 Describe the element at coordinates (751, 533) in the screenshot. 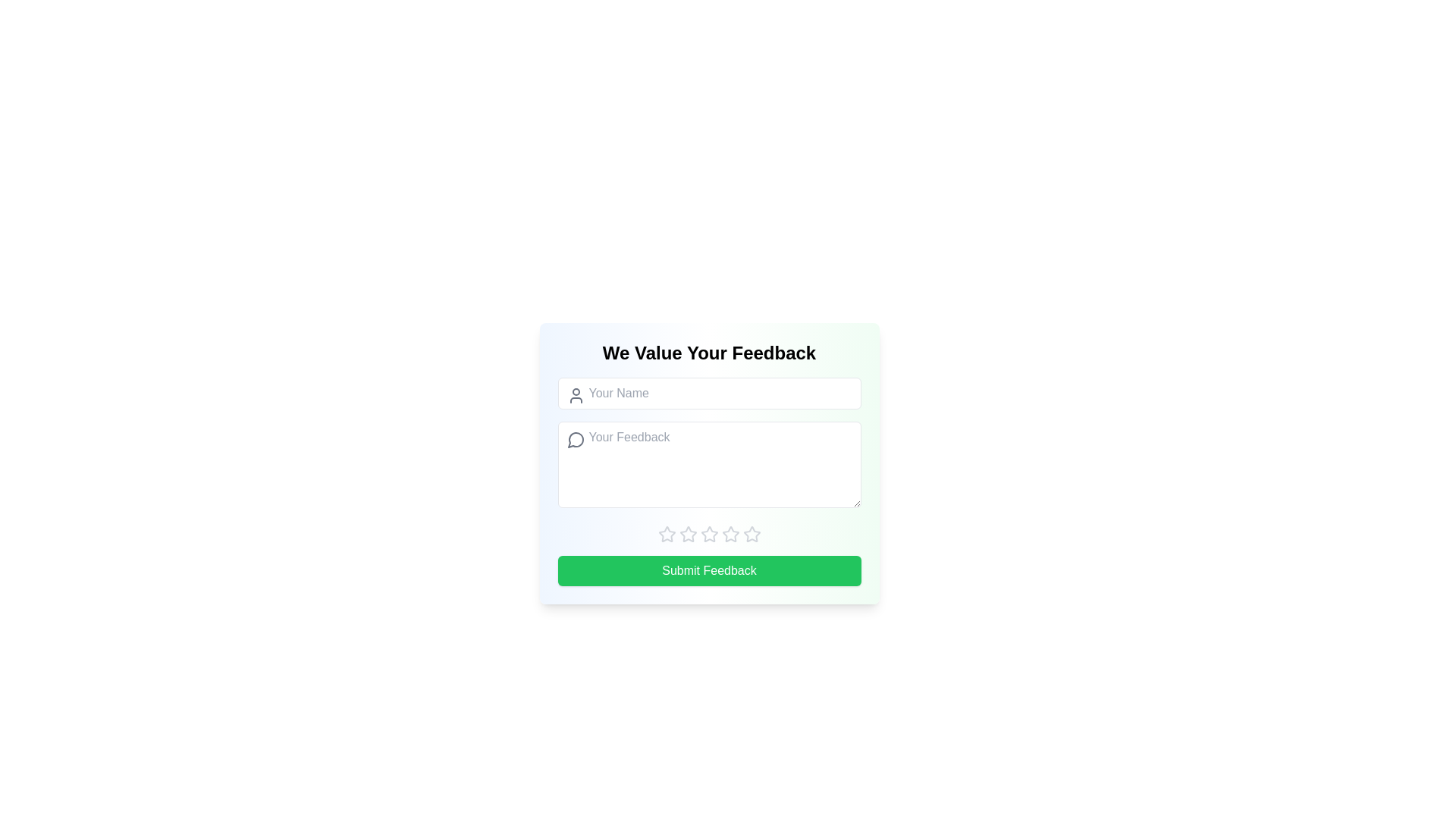

I see `the fourth star icon` at that location.